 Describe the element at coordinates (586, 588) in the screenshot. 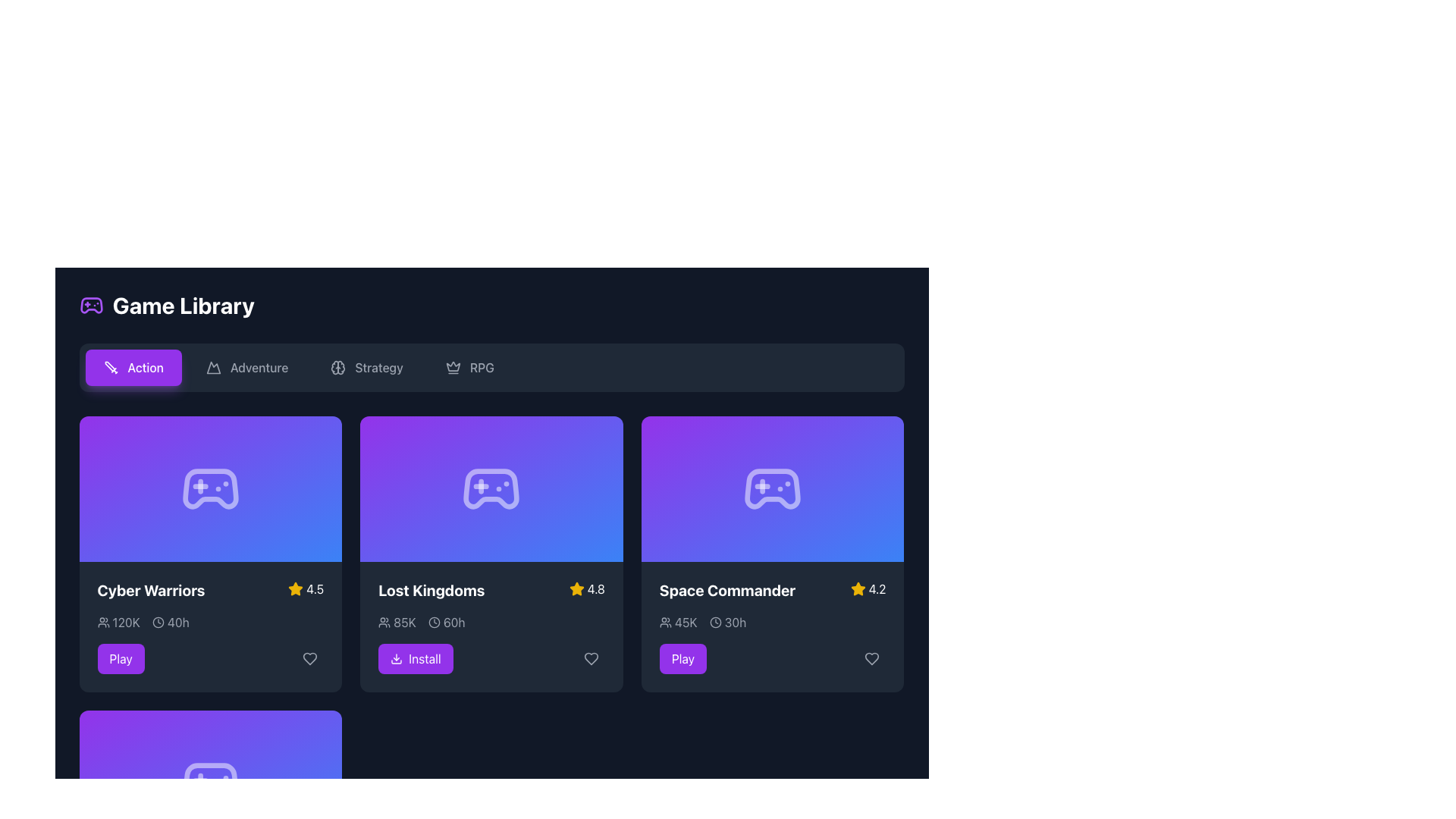

I see `the rating indicator for the 'Lost Kingdoms' game, which features a star icon and a numerical rating value, located in the top-right corner of the game card` at that location.